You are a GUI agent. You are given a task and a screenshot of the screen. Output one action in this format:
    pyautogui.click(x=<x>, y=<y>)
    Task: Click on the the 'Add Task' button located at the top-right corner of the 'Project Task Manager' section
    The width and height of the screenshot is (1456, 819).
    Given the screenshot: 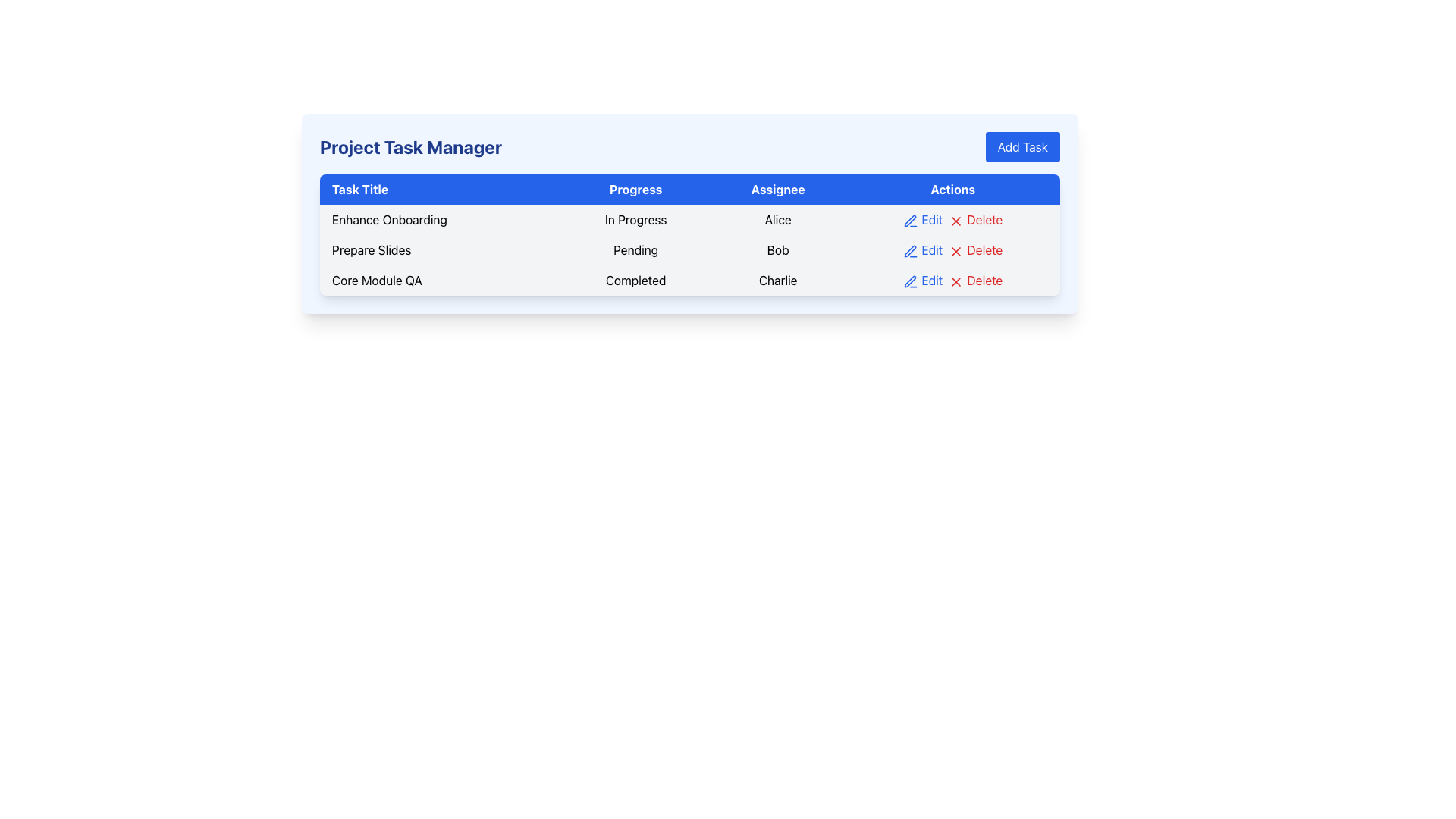 What is the action you would take?
    pyautogui.click(x=1022, y=146)
    